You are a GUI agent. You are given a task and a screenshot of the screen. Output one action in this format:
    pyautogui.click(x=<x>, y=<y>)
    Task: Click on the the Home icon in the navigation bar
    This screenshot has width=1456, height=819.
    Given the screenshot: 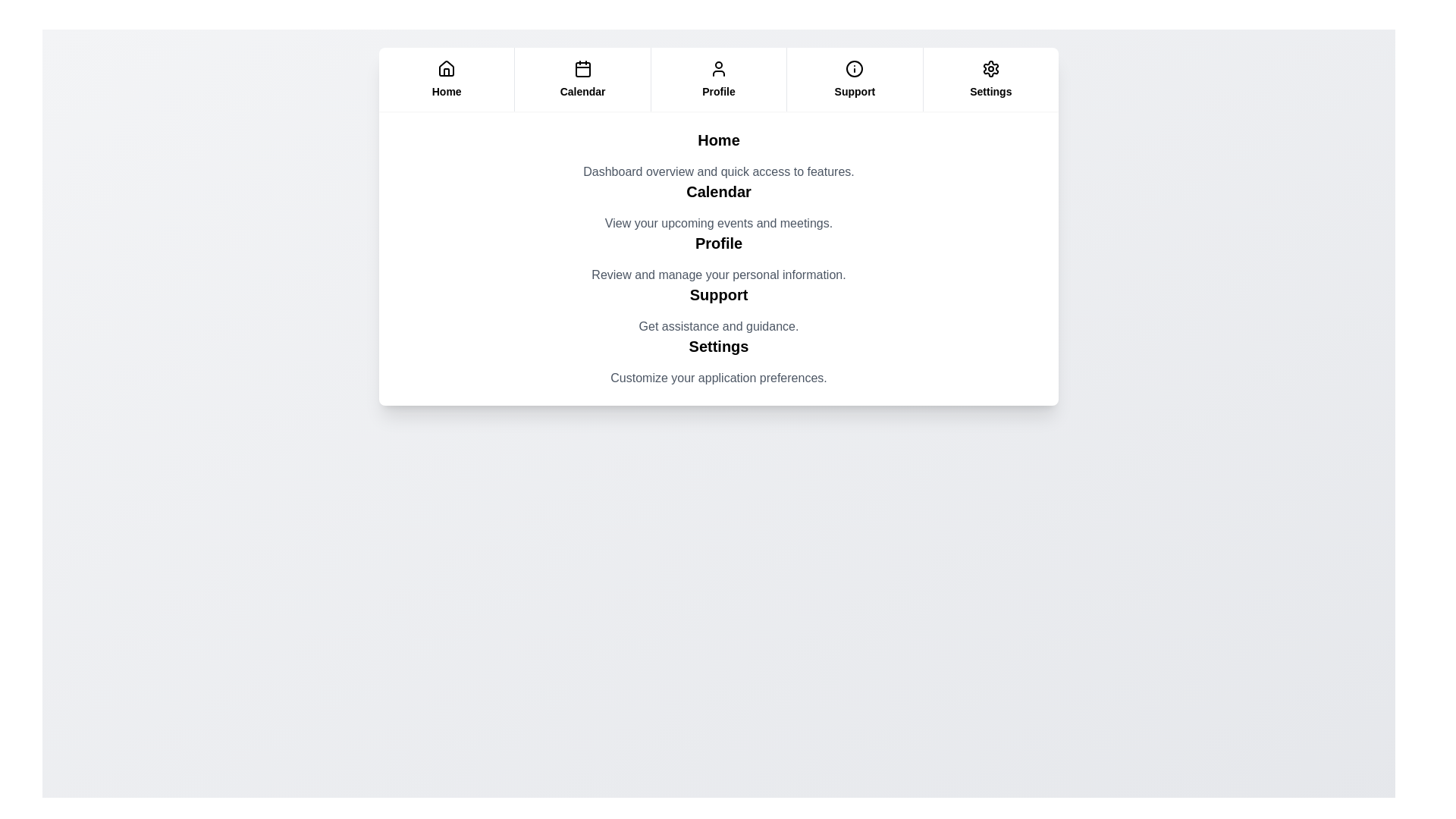 What is the action you would take?
    pyautogui.click(x=446, y=69)
    